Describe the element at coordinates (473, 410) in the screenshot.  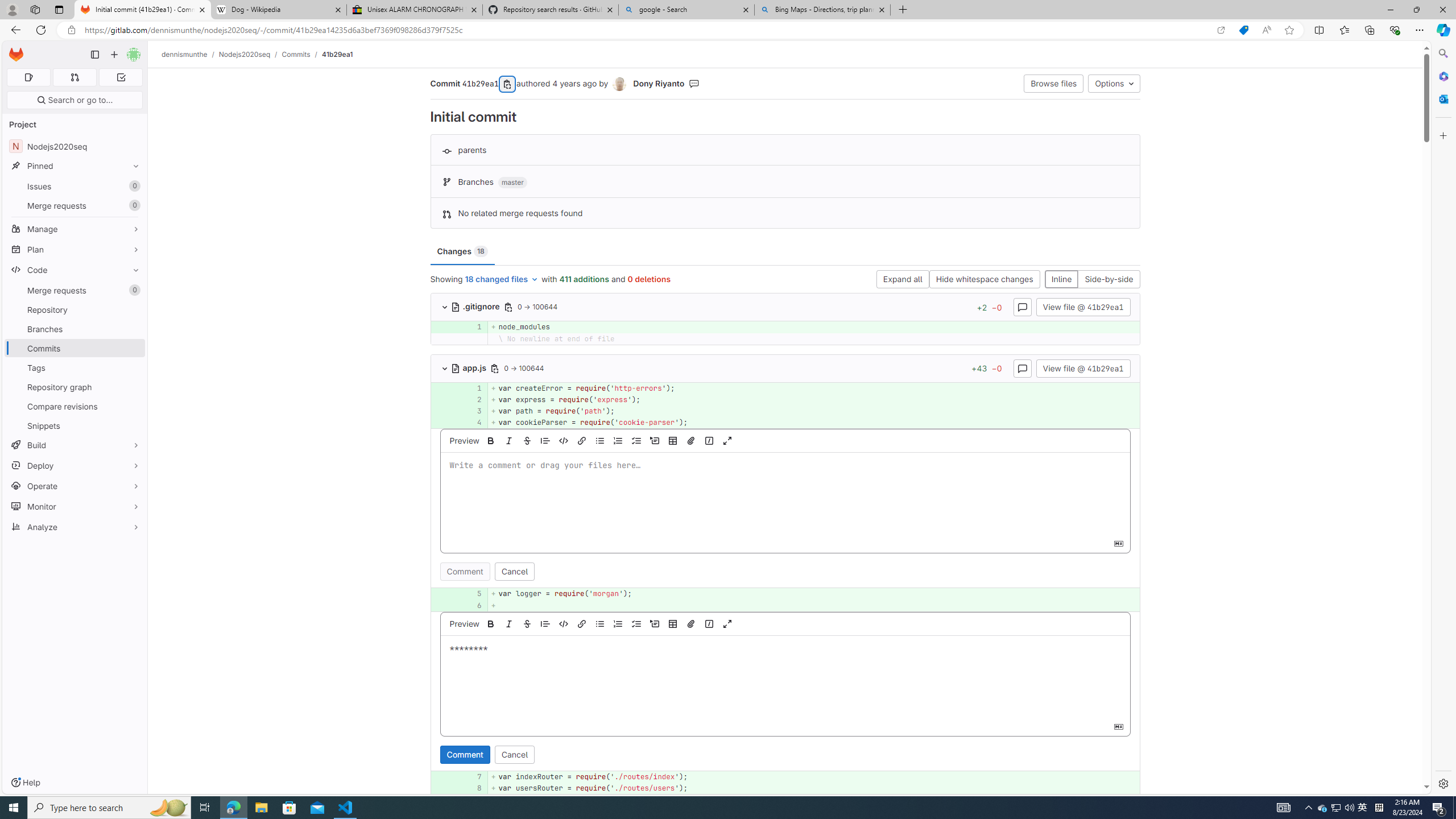
I see `'3'` at that location.